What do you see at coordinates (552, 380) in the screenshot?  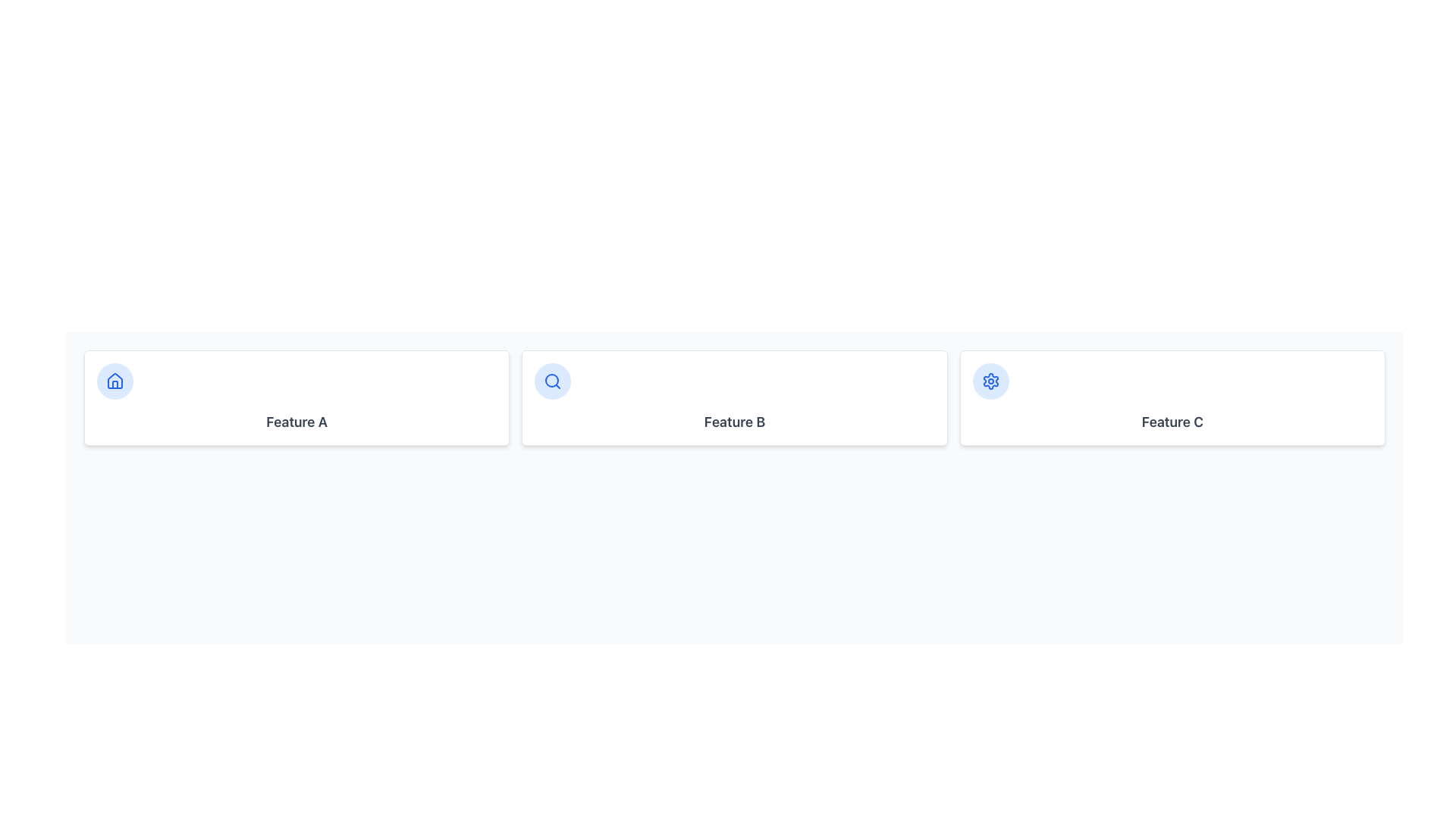 I see `the search icon located at the top center of the card labeled 'Feature B'` at bounding box center [552, 380].